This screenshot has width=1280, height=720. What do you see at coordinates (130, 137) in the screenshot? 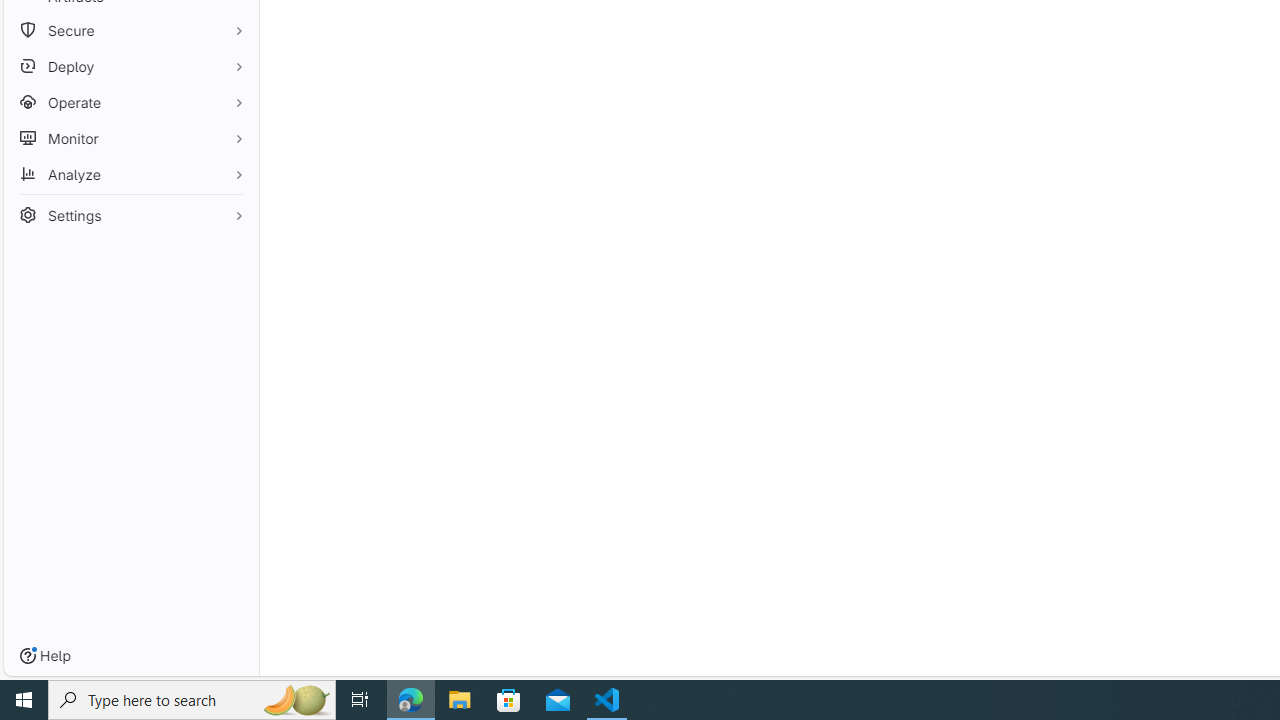
I see `'Monitor'` at bounding box center [130, 137].